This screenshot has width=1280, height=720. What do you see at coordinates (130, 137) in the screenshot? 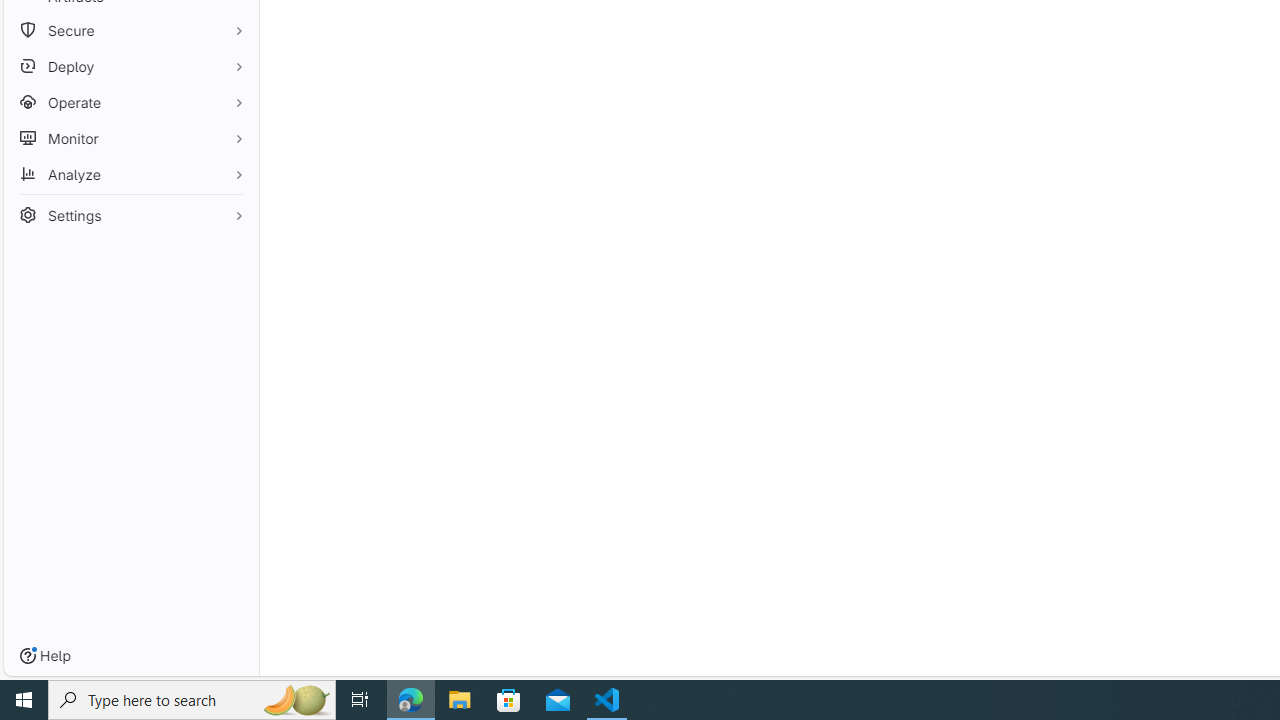
I see `'Monitor'` at bounding box center [130, 137].